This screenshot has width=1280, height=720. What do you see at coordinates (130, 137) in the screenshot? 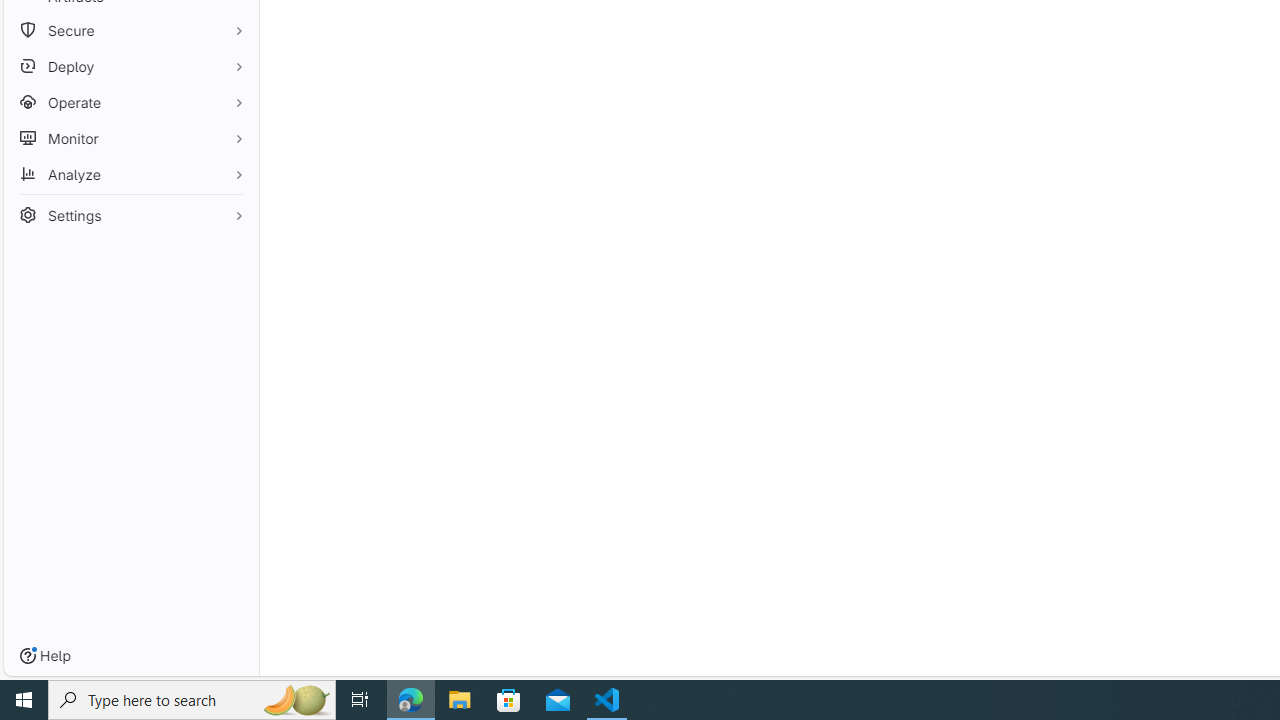
I see `'Monitor'` at bounding box center [130, 137].